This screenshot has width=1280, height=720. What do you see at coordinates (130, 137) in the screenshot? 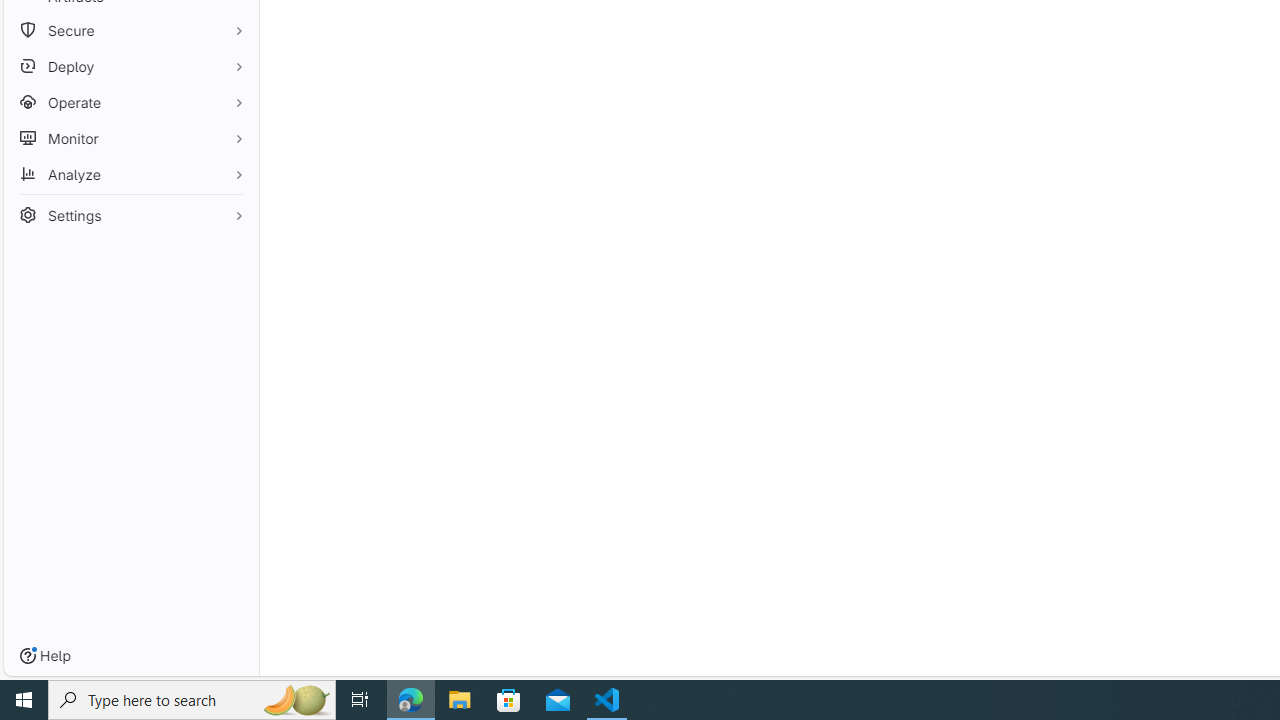
I see `'Monitor'` at bounding box center [130, 137].